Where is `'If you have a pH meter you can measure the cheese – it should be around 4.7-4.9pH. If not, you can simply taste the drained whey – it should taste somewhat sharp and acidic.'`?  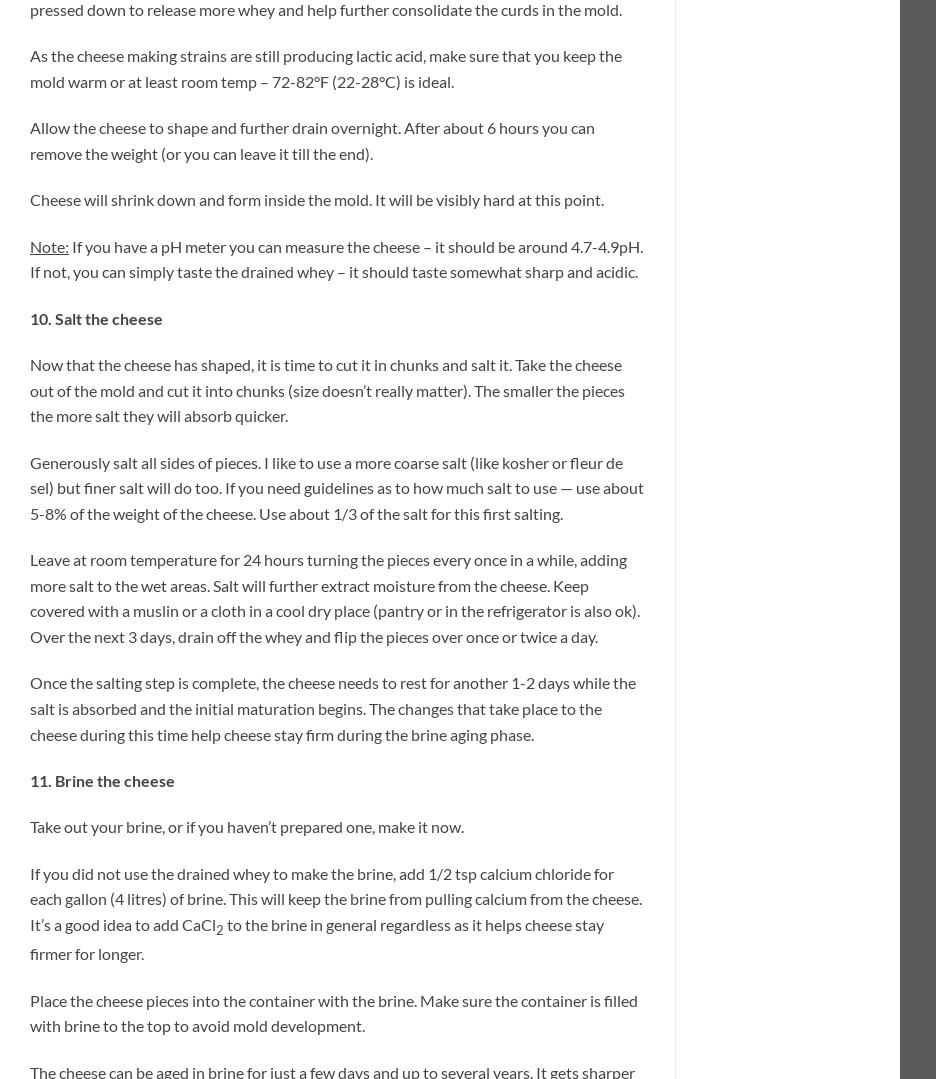 'If you have a pH meter you can measure the cheese – it should be around 4.7-4.9pH. If not, you can simply taste the drained whey – it should taste somewhat sharp and acidic.' is located at coordinates (335, 258).